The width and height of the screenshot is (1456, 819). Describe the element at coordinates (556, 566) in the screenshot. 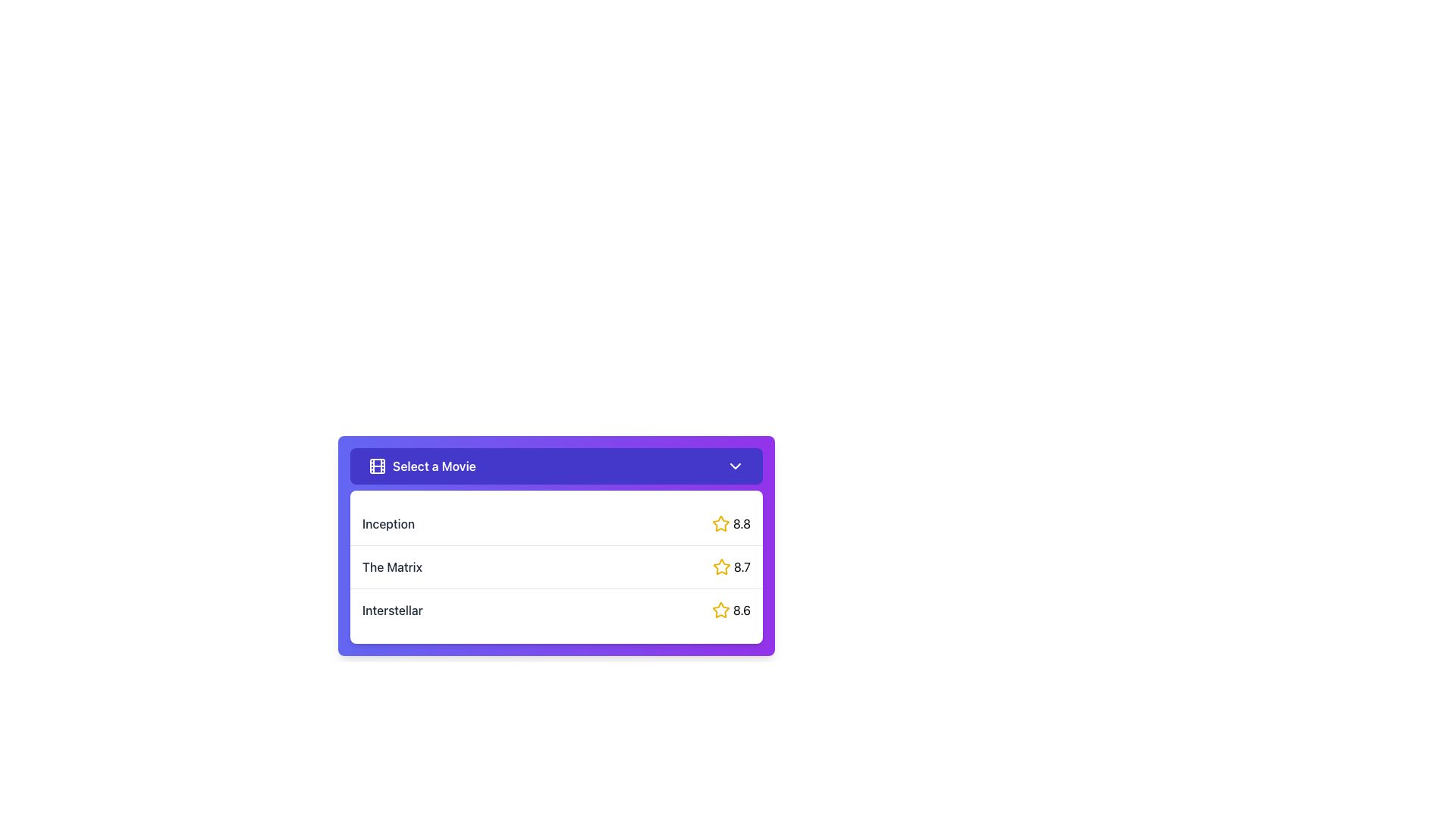

I see `the list item displaying the movie title 'The Matrix'` at that location.